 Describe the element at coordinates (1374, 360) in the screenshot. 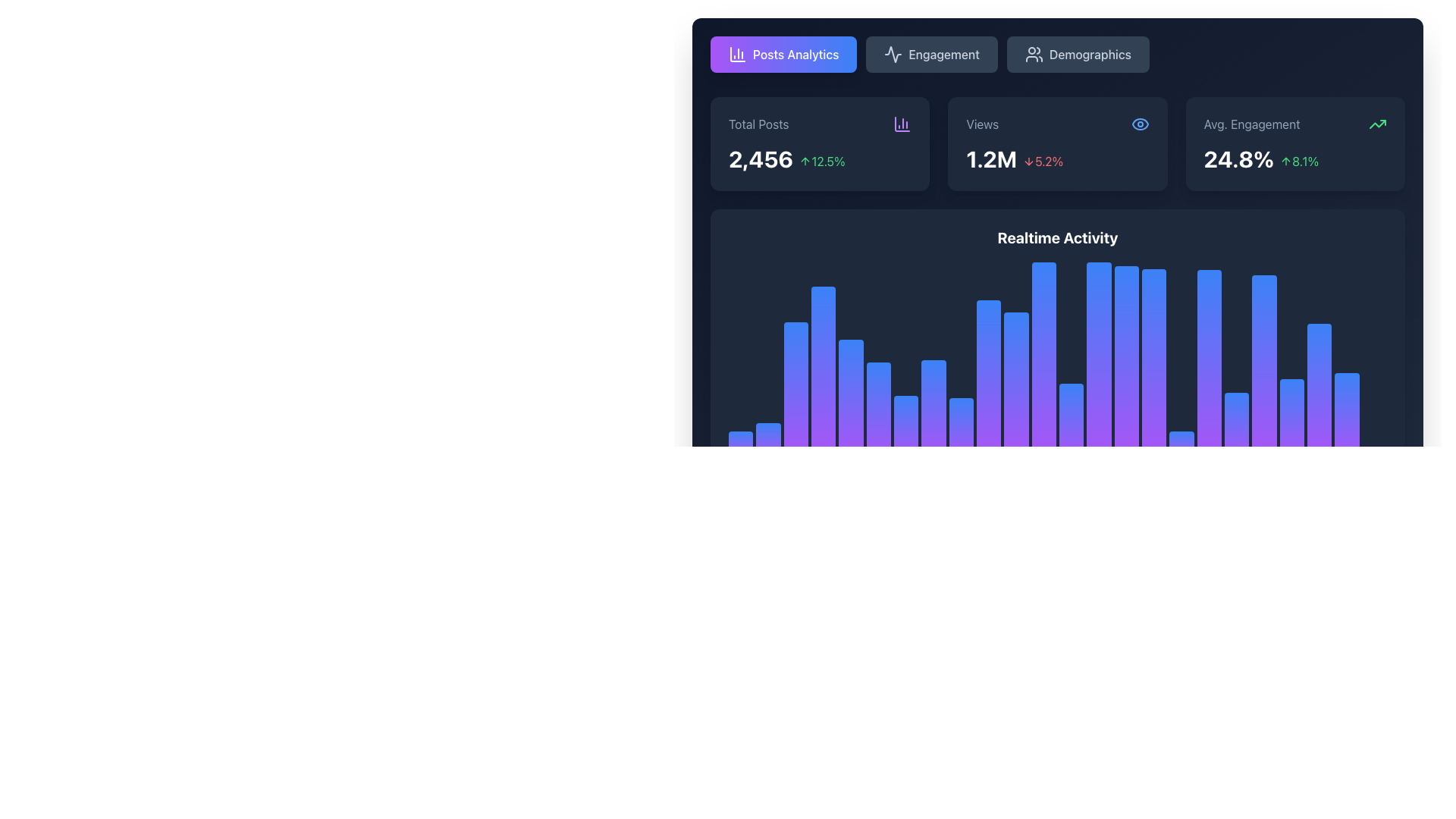

I see `the last vertical rounded rectangle bar in the bar chart, which has a gradient color transitioning from purple at the bottom to blue at the top` at that location.